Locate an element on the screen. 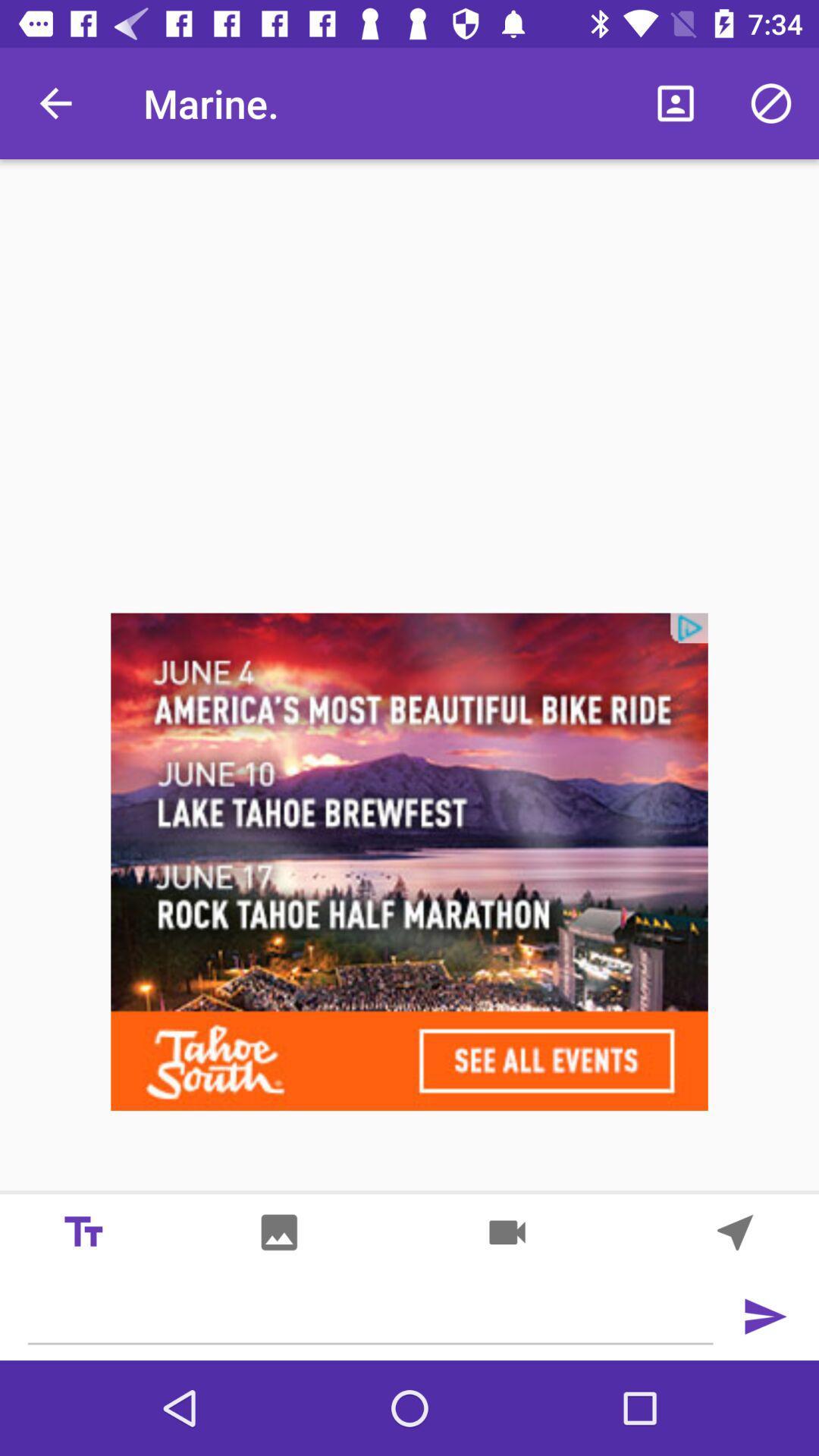 This screenshot has height=1456, width=819. the videocam icon is located at coordinates (507, 1232).